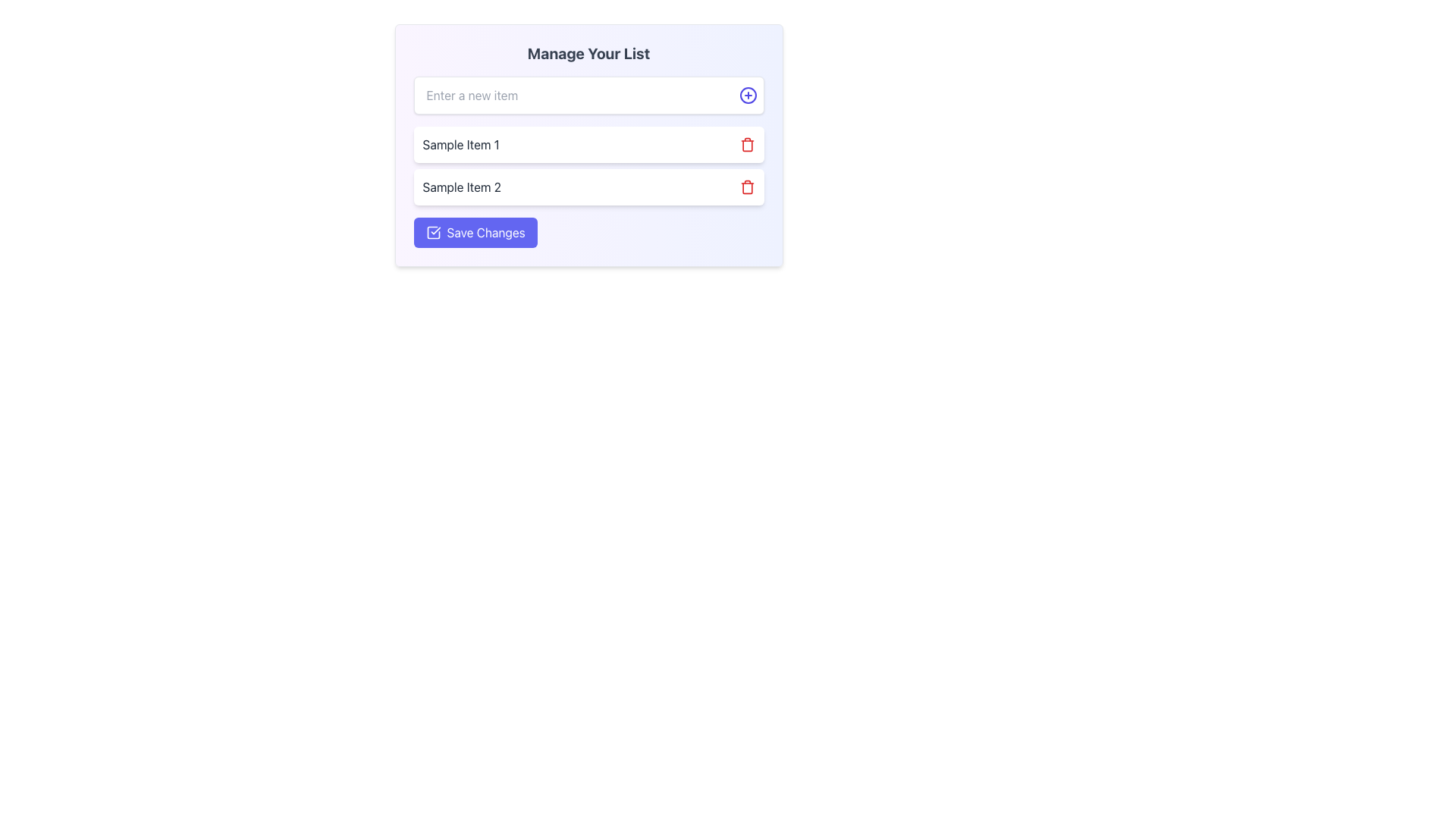 The image size is (1456, 819). Describe the element at coordinates (461, 186) in the screenshot. I see `the text label displaying 'Sample Item 2'` at that location.